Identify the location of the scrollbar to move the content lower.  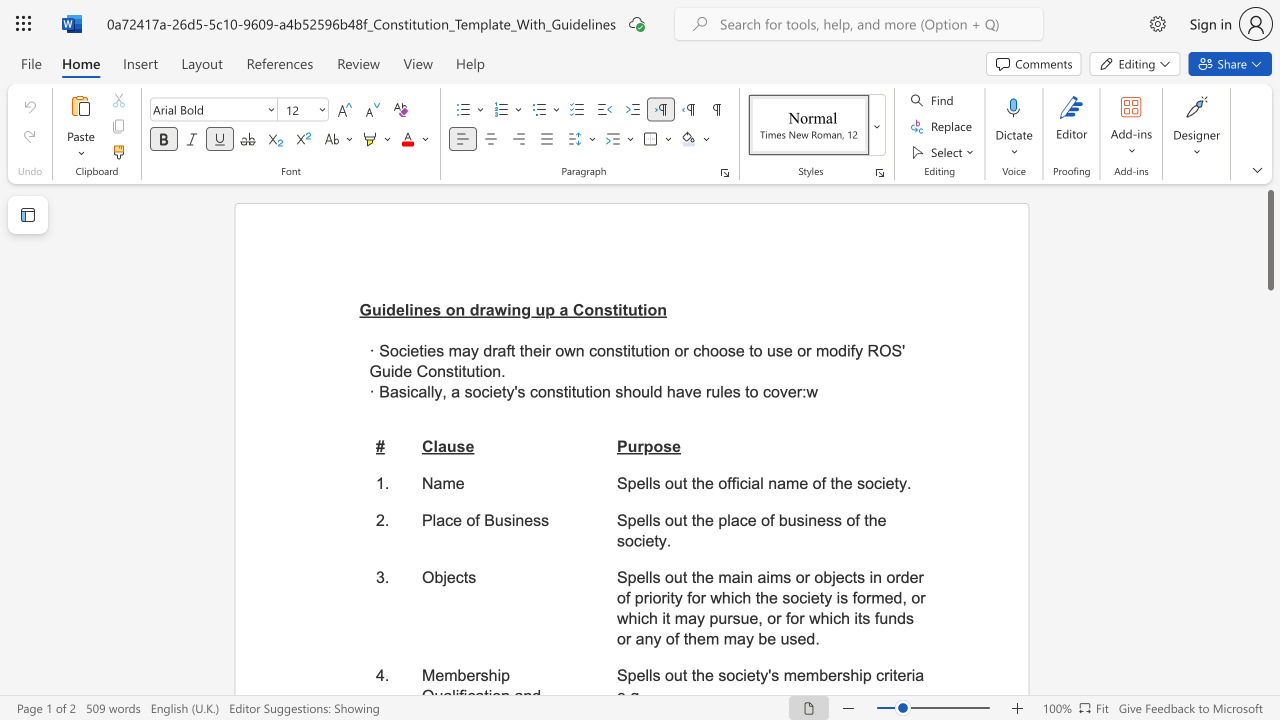
(1269, 418).